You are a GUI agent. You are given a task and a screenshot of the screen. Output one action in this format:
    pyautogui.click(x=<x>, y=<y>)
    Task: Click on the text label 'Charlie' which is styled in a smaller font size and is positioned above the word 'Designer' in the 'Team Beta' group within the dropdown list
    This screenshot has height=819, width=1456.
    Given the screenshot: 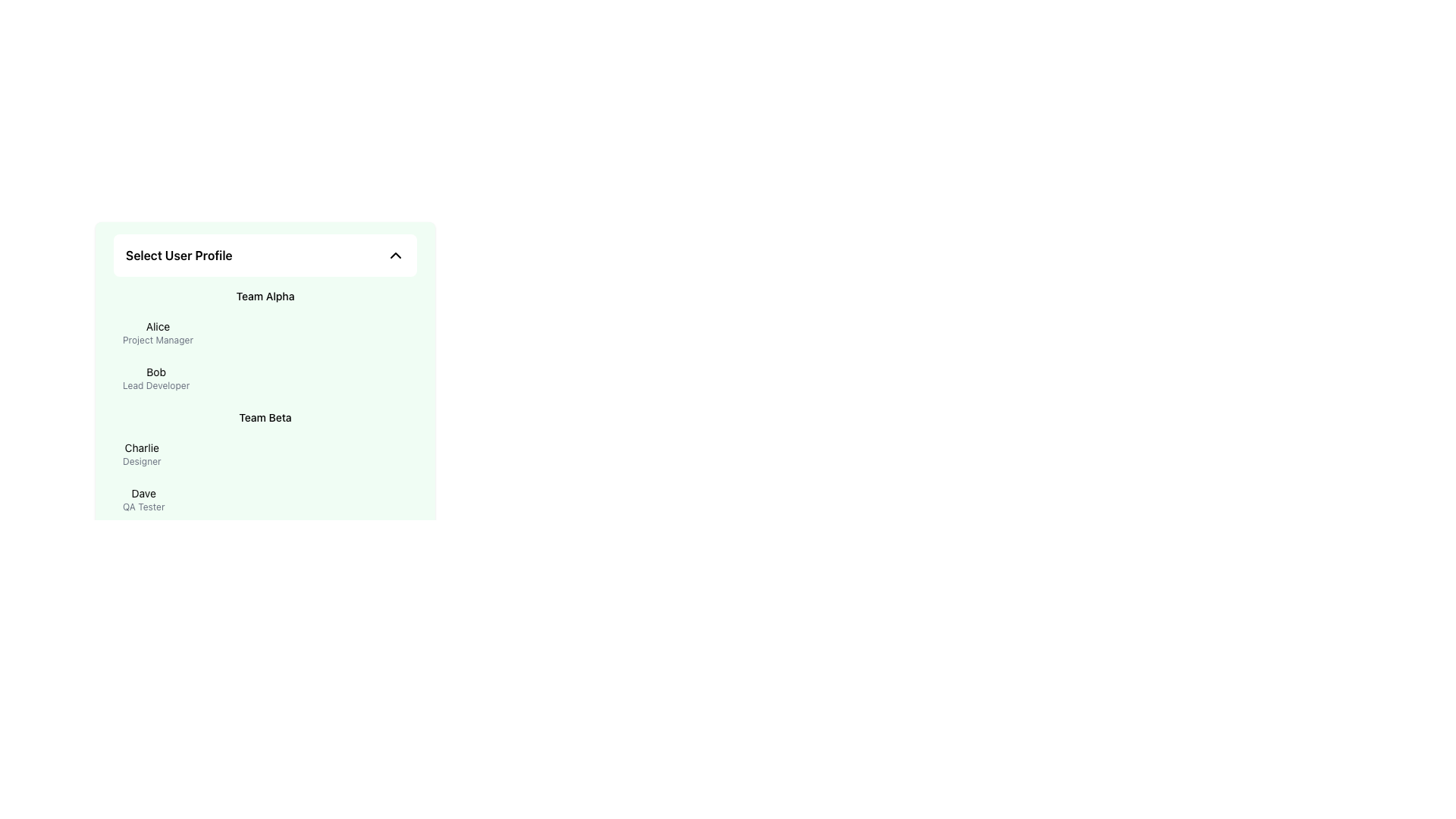 What is the action you would take?
    pyautogui.click(x=142, y=447)
    